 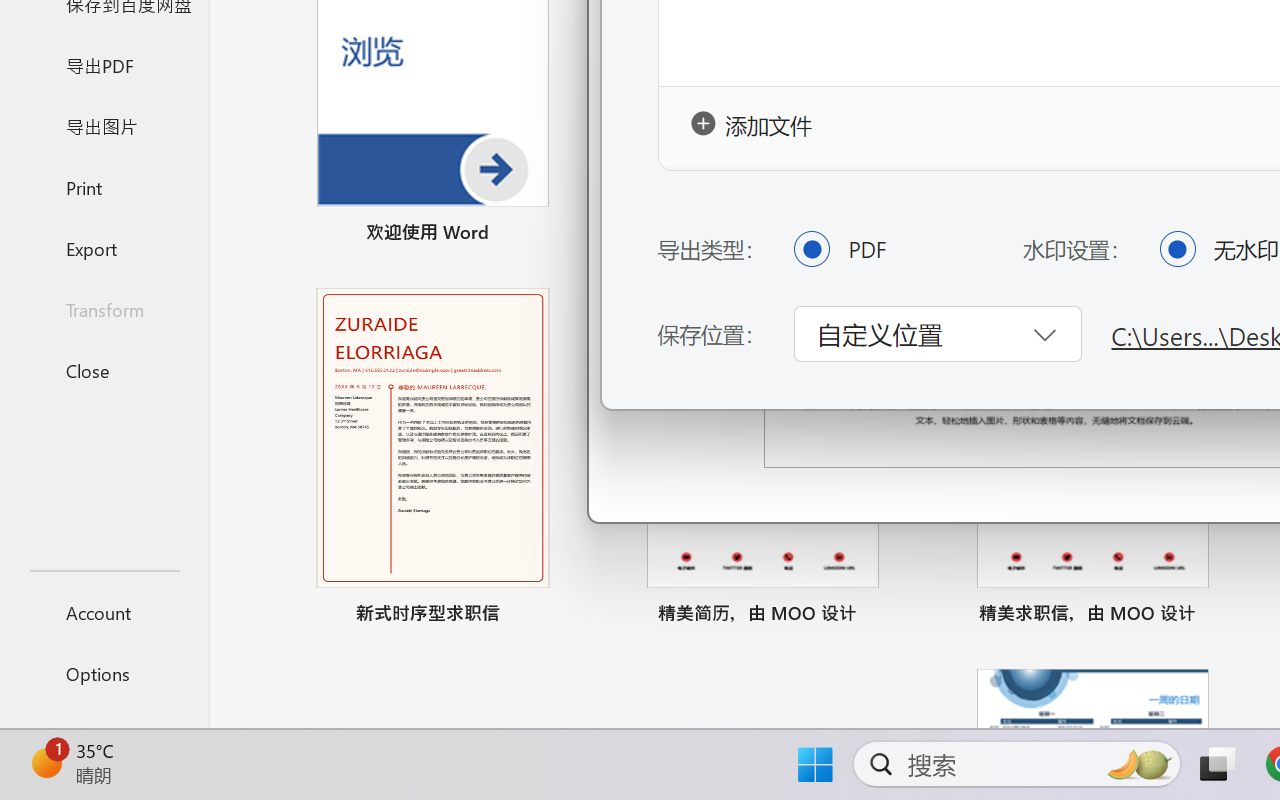 I want to click on 'Pin to list', so click(x=1222, y=616).